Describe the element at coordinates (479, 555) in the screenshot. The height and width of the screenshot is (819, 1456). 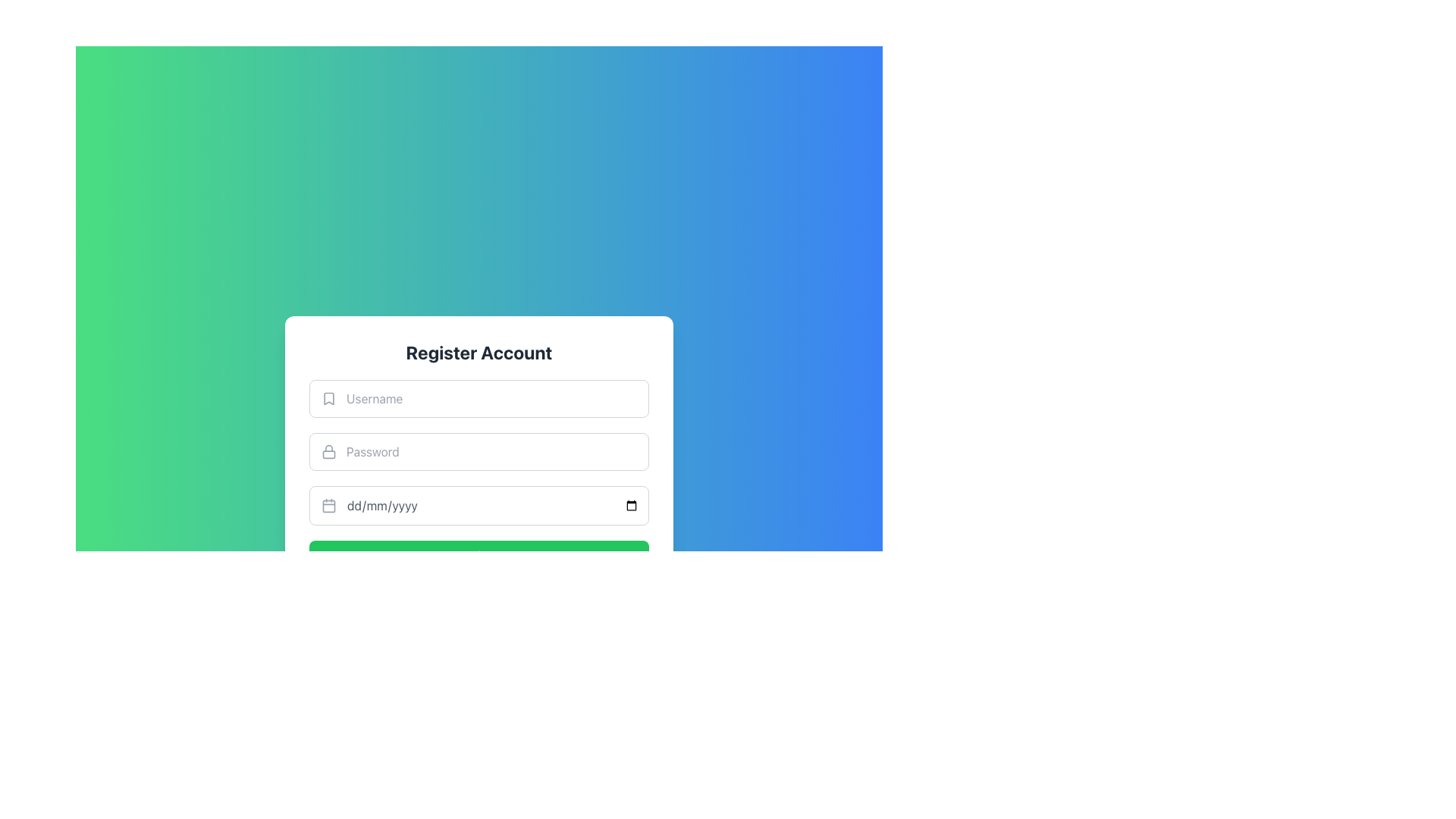
I see `the green rectangular 'Register' button located at the bottom of the form` at that location.